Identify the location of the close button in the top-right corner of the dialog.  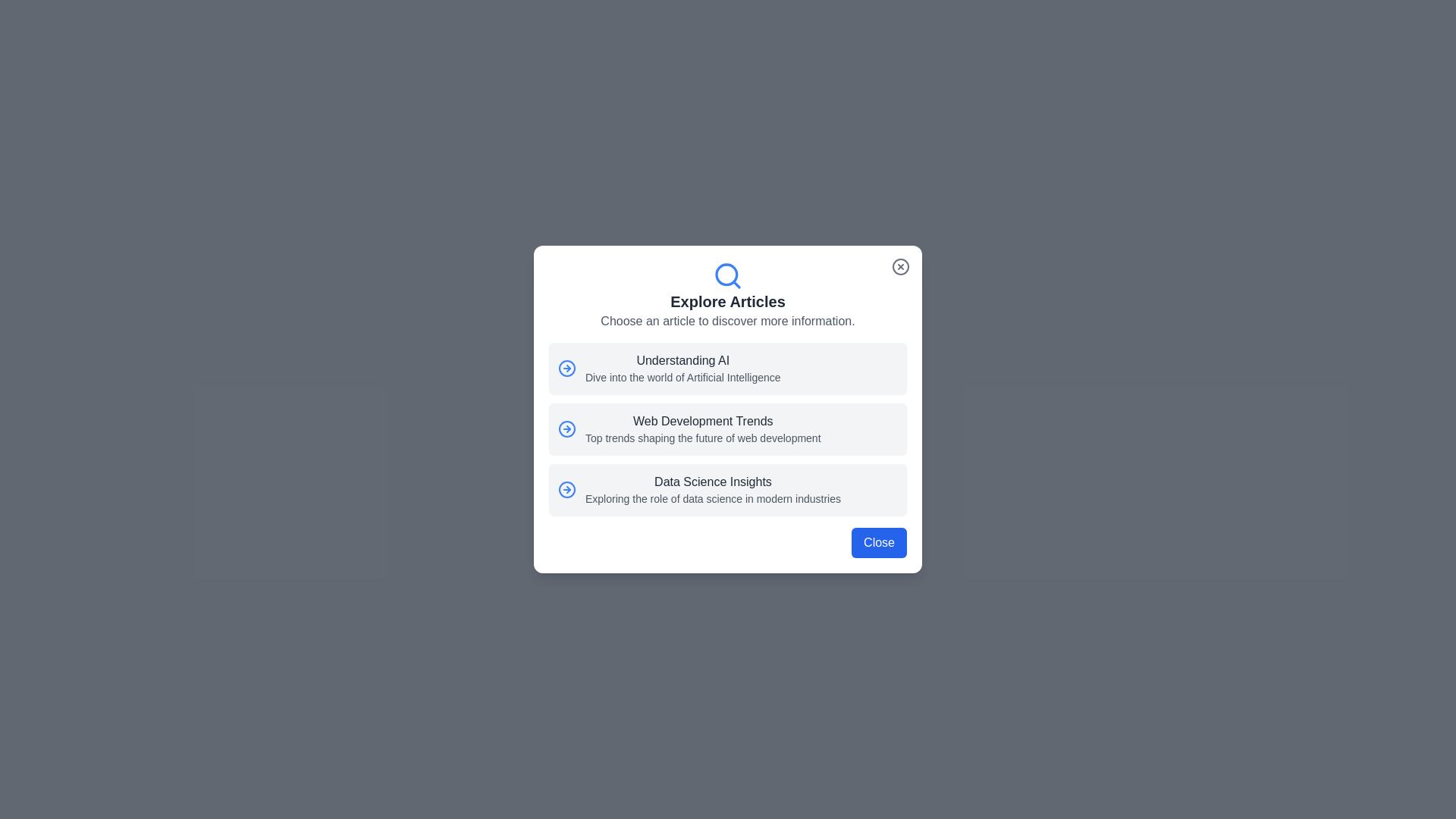
(901, 265).